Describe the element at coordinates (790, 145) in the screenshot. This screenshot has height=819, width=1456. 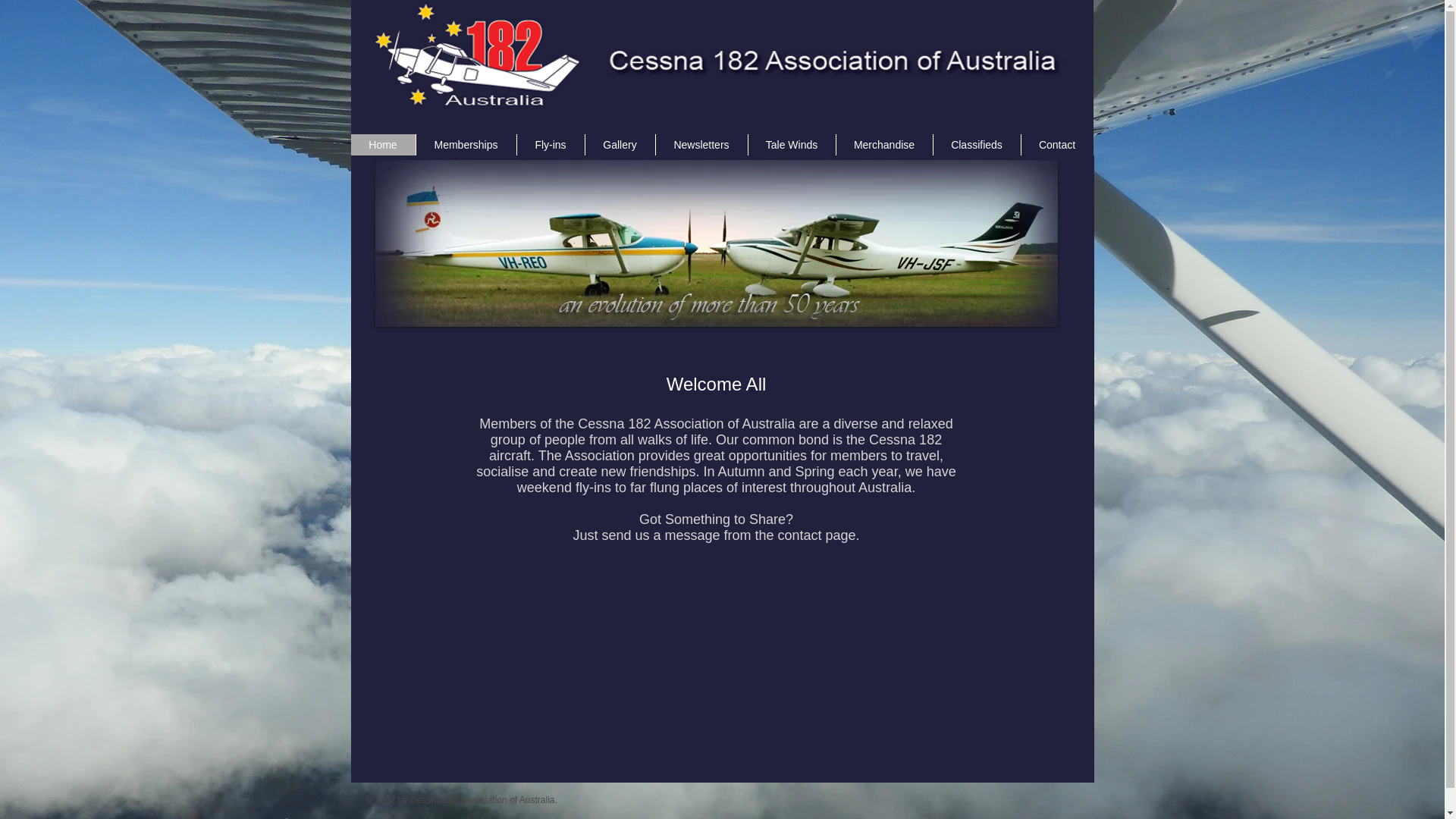
I see `'Tale Winds'` at that location.